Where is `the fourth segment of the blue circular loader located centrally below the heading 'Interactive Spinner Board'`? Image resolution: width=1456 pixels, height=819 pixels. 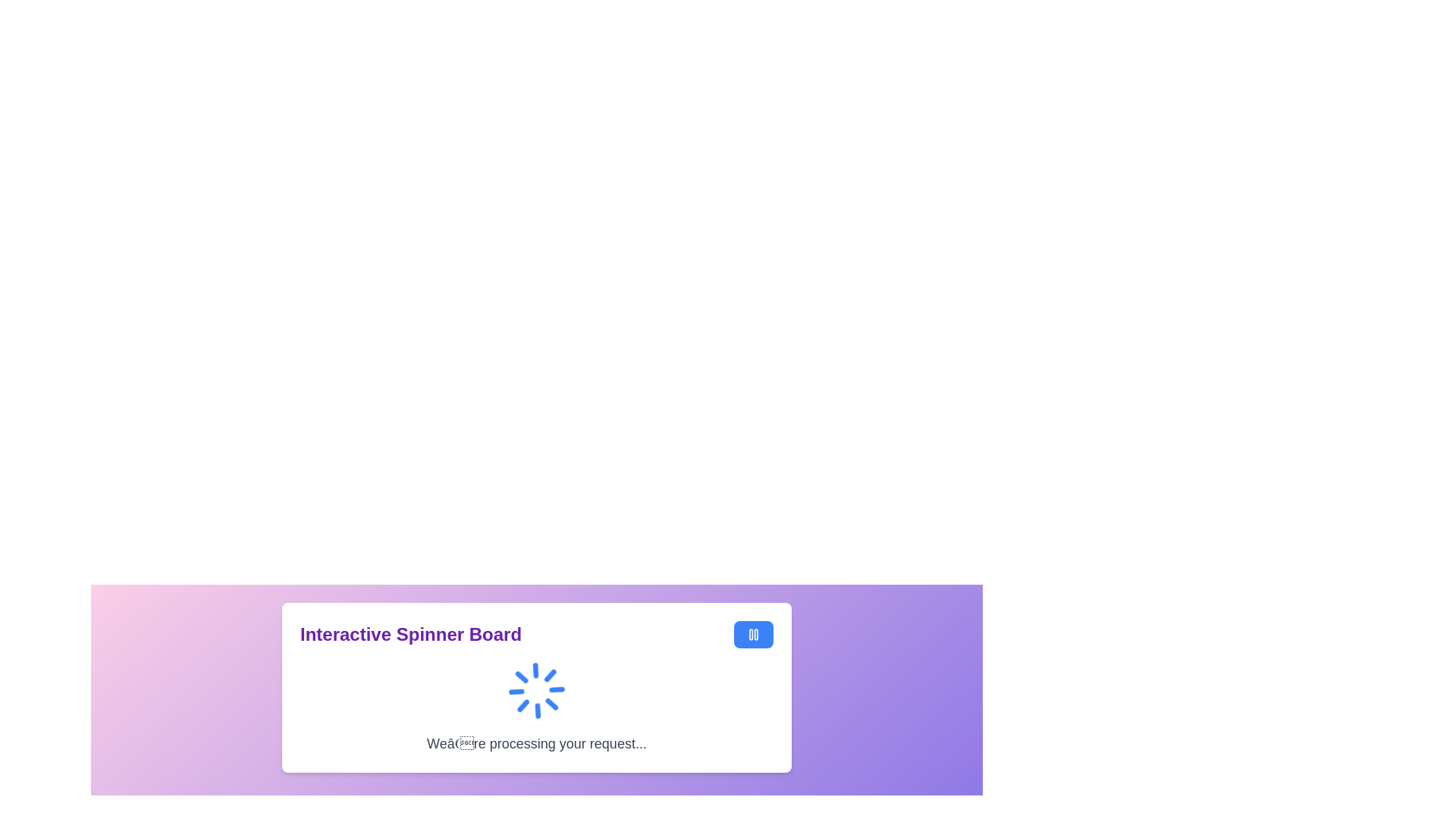
the fourth segment of the blue circular loader located centrally below the heading 'Interactive Spinner Board' is located at coordinates (522, 676).